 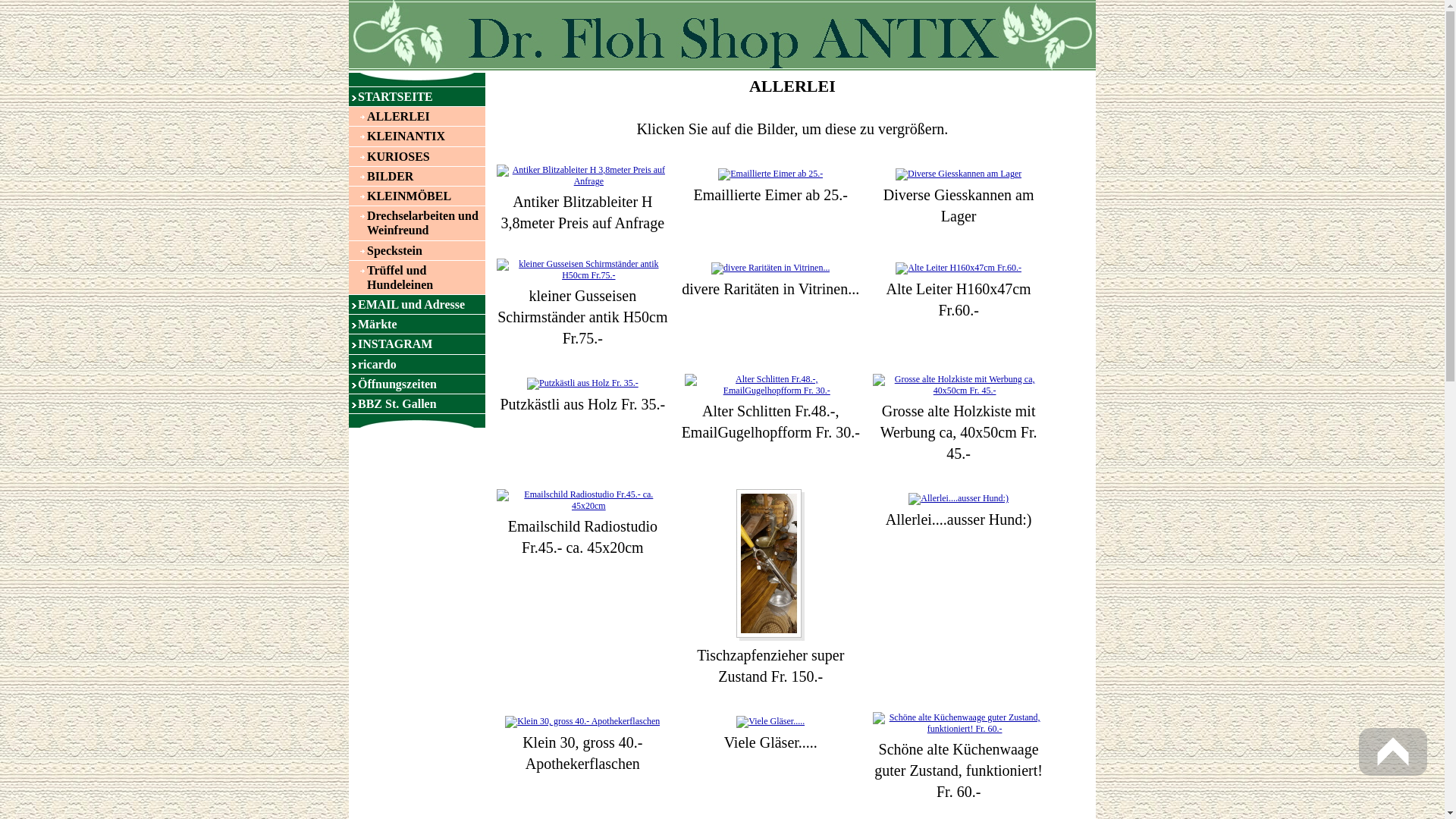 What do you see at coordinates (417, 115) in the screenshot?
I see `'ALLERLEI'` at bounding box center [417, 115].